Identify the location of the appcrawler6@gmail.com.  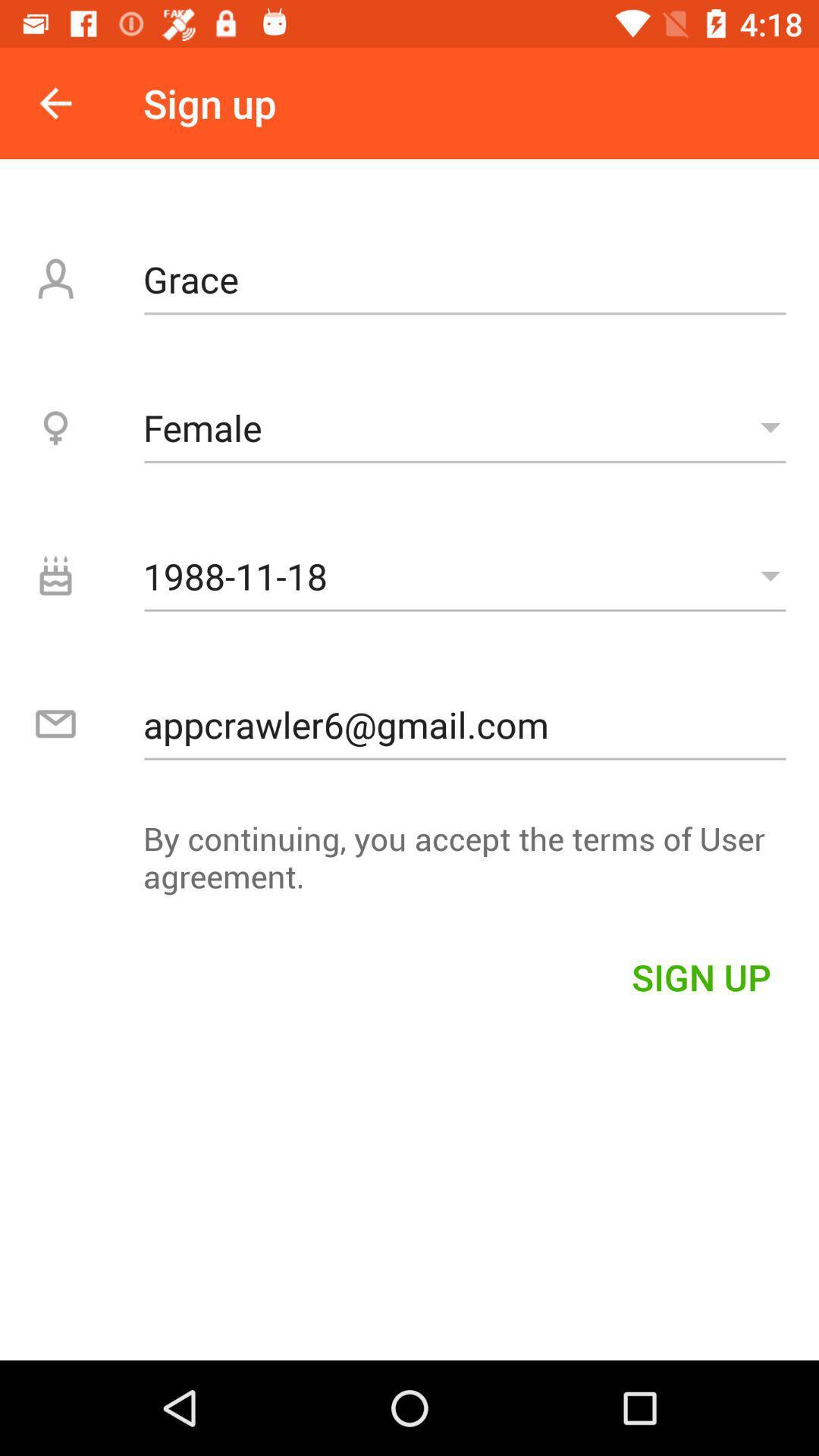
(464, 723).